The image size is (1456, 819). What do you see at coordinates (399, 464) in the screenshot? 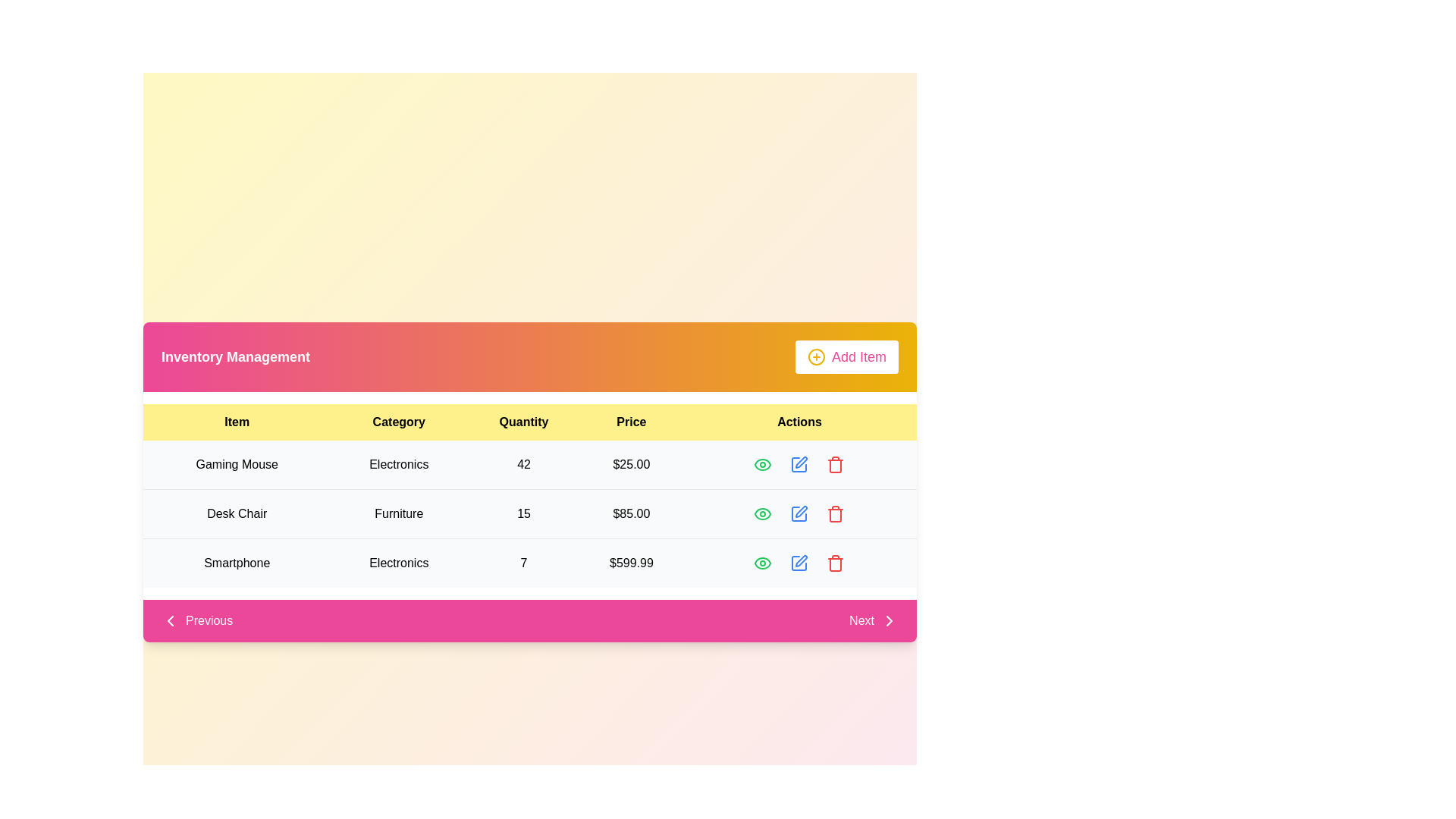
I see `the 'Electronics' text label located in the 'Category' column of the inventory table, specifically in the second cell of the first row for the 'Gaming Mouse' entry` at bounding box center [399, 464].